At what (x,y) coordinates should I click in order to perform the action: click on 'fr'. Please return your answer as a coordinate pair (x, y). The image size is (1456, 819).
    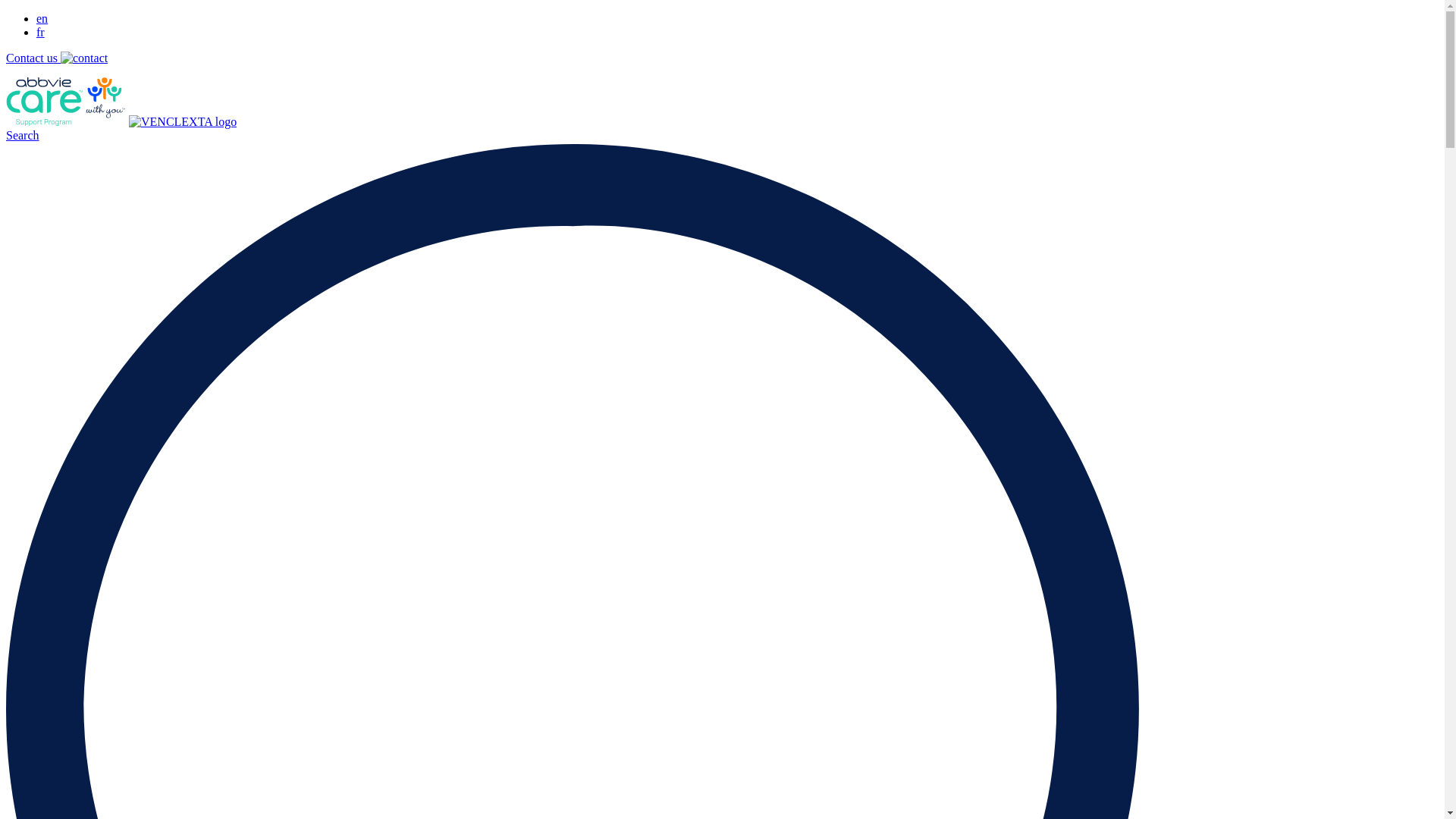
    Looking at the image, I should click on (40, 32).